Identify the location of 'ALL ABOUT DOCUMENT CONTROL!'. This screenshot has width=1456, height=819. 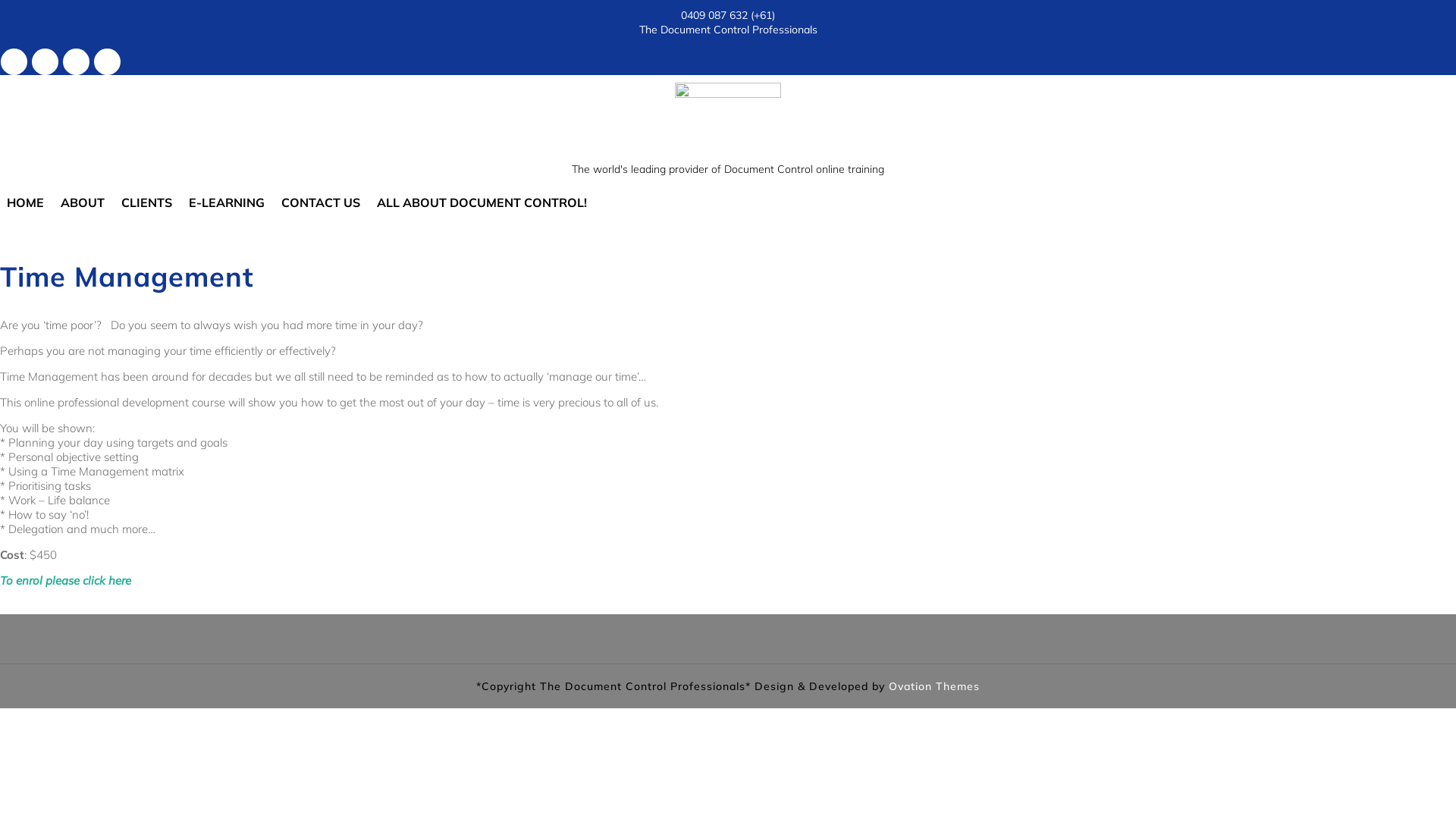
(481, 201).